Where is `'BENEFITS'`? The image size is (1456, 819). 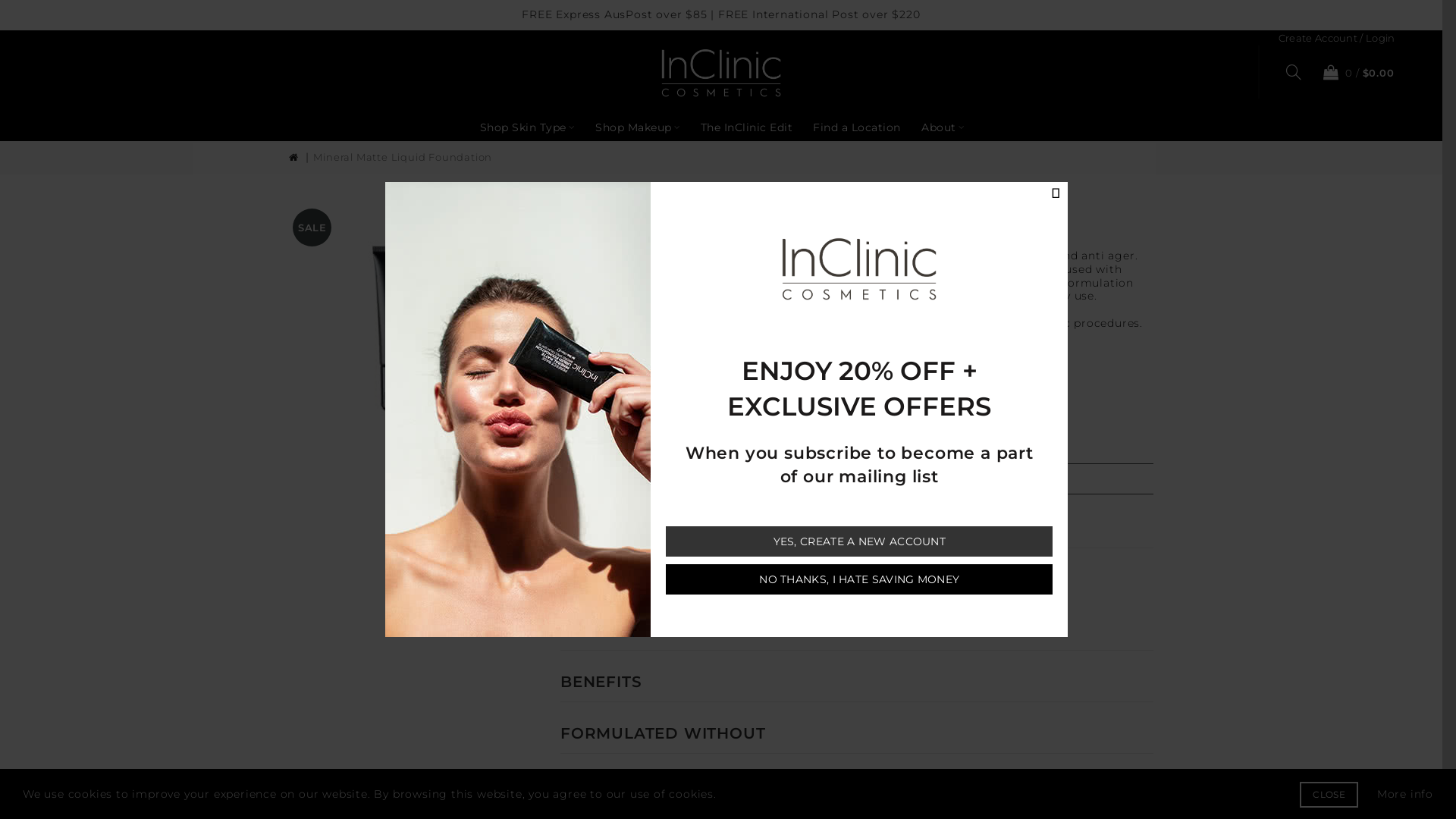
'BENEFITS' is located at coordinates (600, 680).